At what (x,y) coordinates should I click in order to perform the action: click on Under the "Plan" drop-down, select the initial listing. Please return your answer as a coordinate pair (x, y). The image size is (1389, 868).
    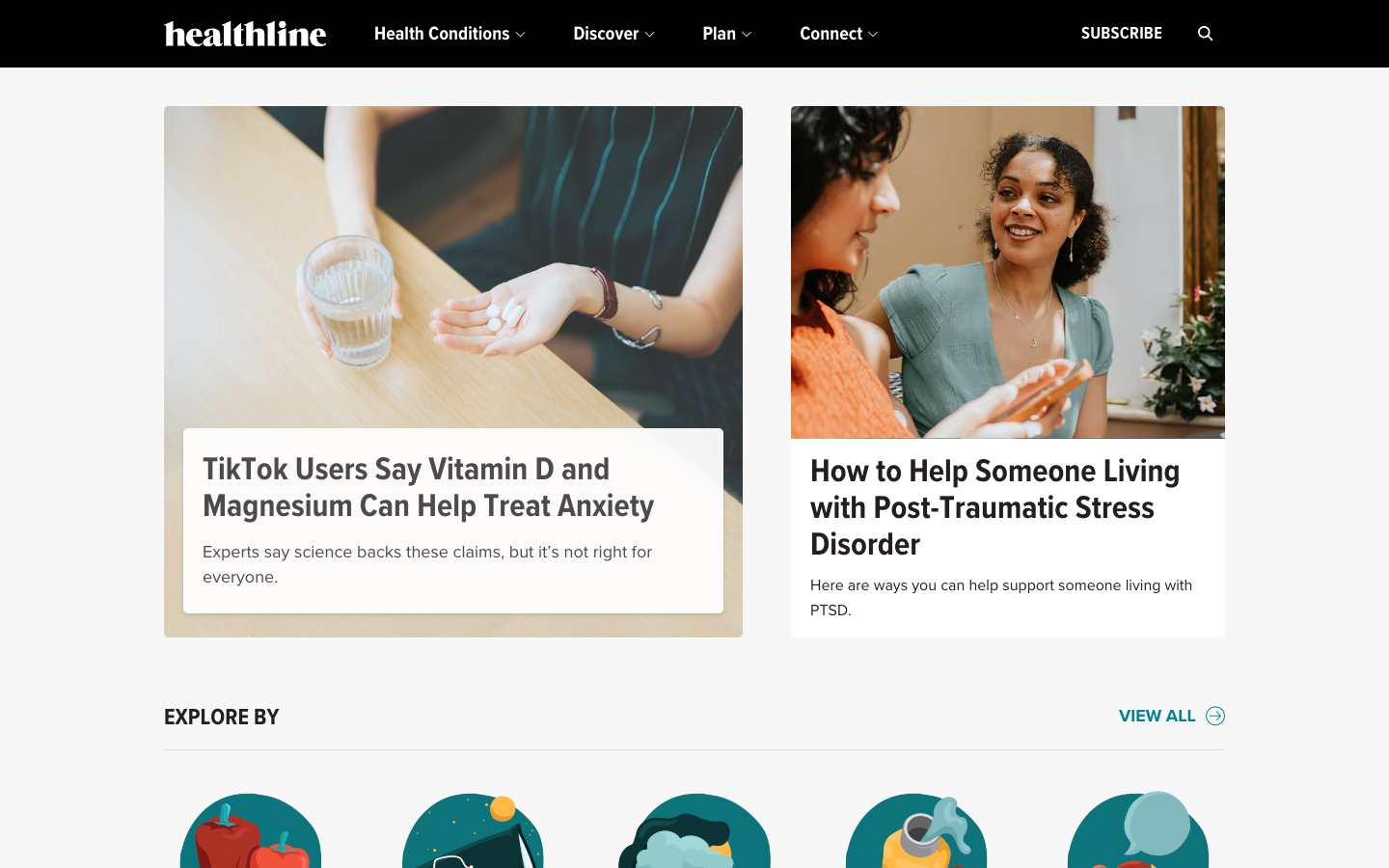
    Looking at the image, I should click on (725, 33).